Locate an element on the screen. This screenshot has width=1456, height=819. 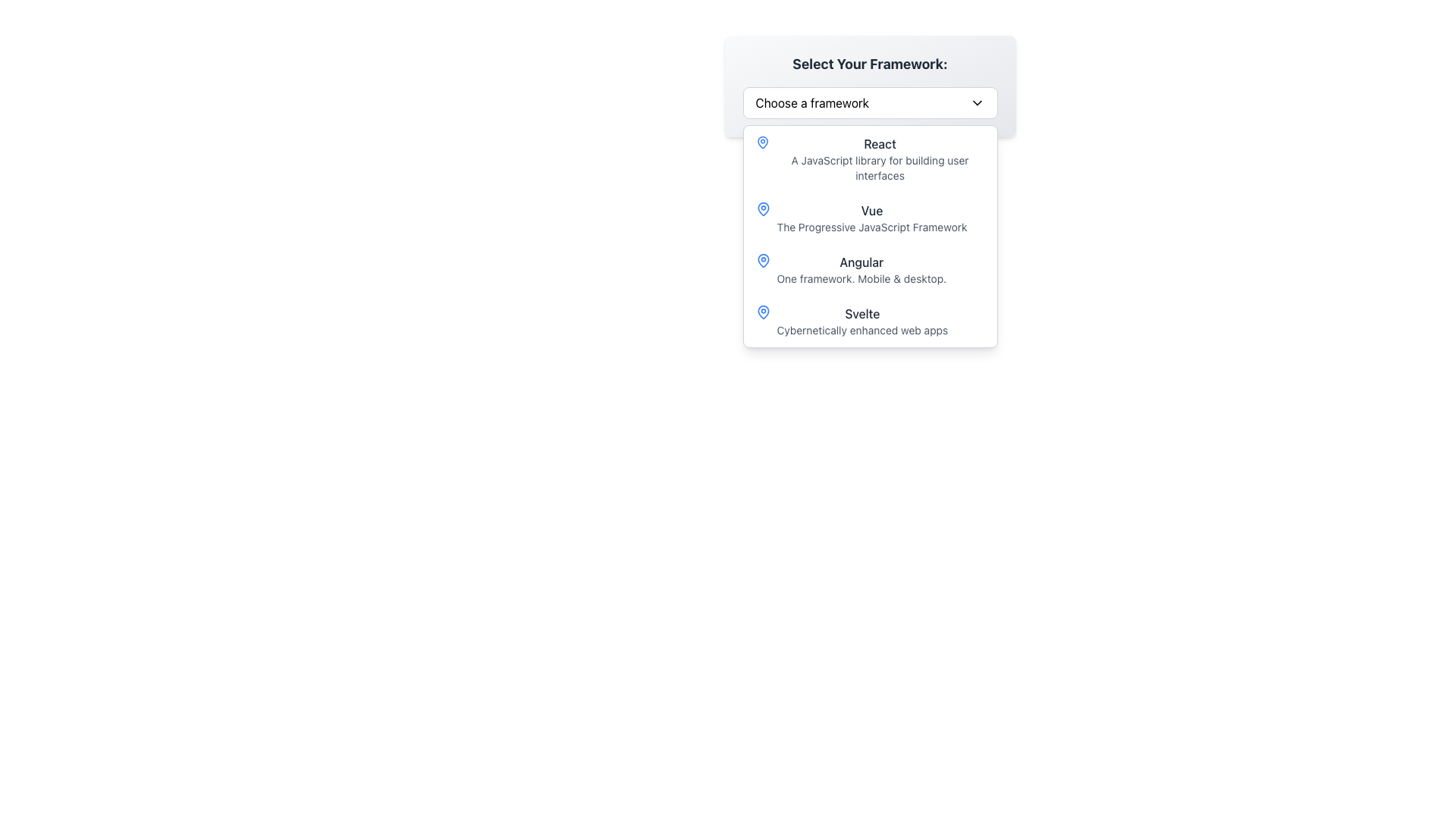
the text element 'Cybernetically enhanced web apps', which is styled in a smaller gray font and positioned below the title 'Svelte' in the dropdown menu section is located at coordinates (862, 329).